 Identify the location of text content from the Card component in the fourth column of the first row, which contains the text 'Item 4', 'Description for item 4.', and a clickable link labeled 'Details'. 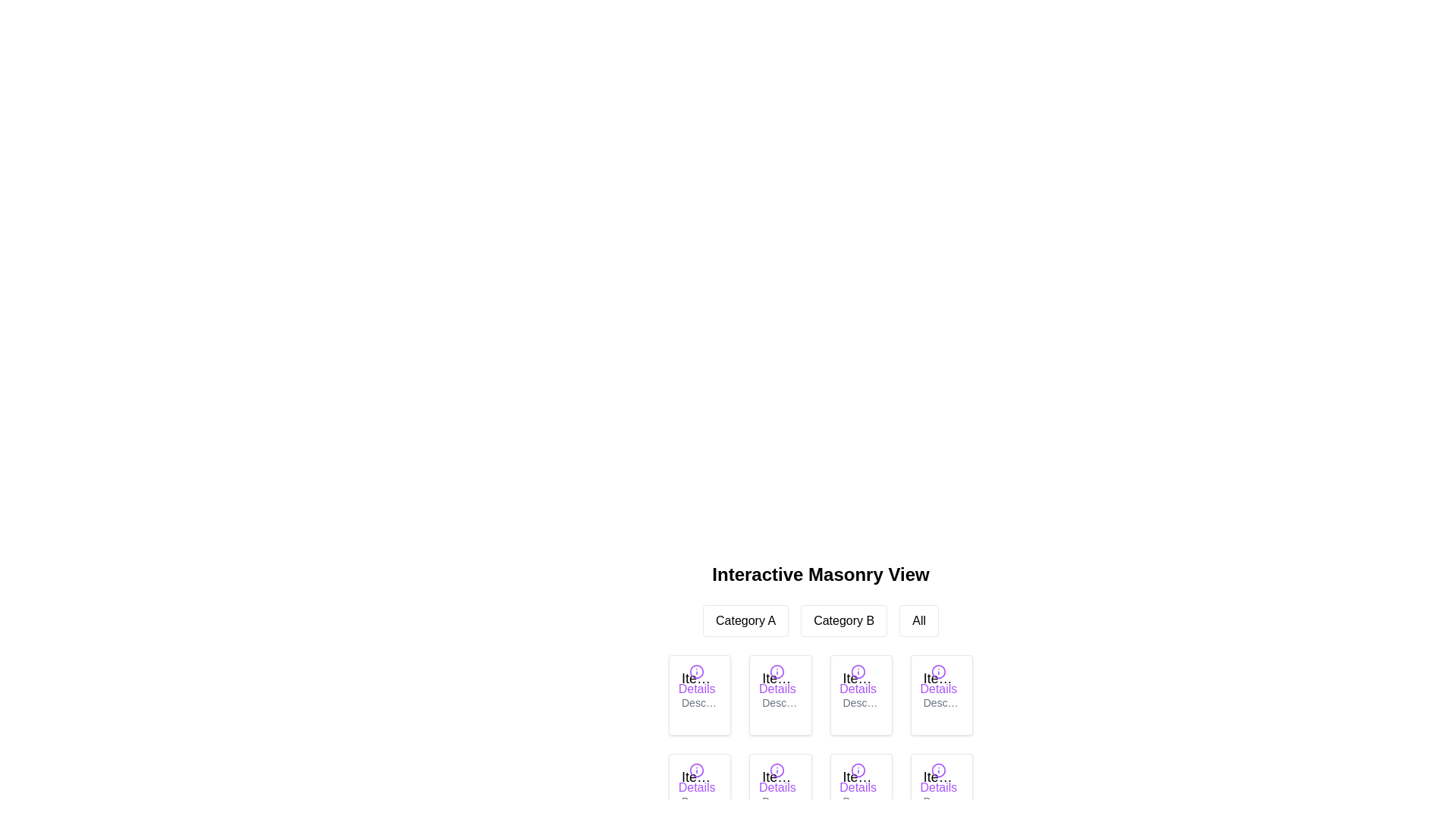
(940, 695).